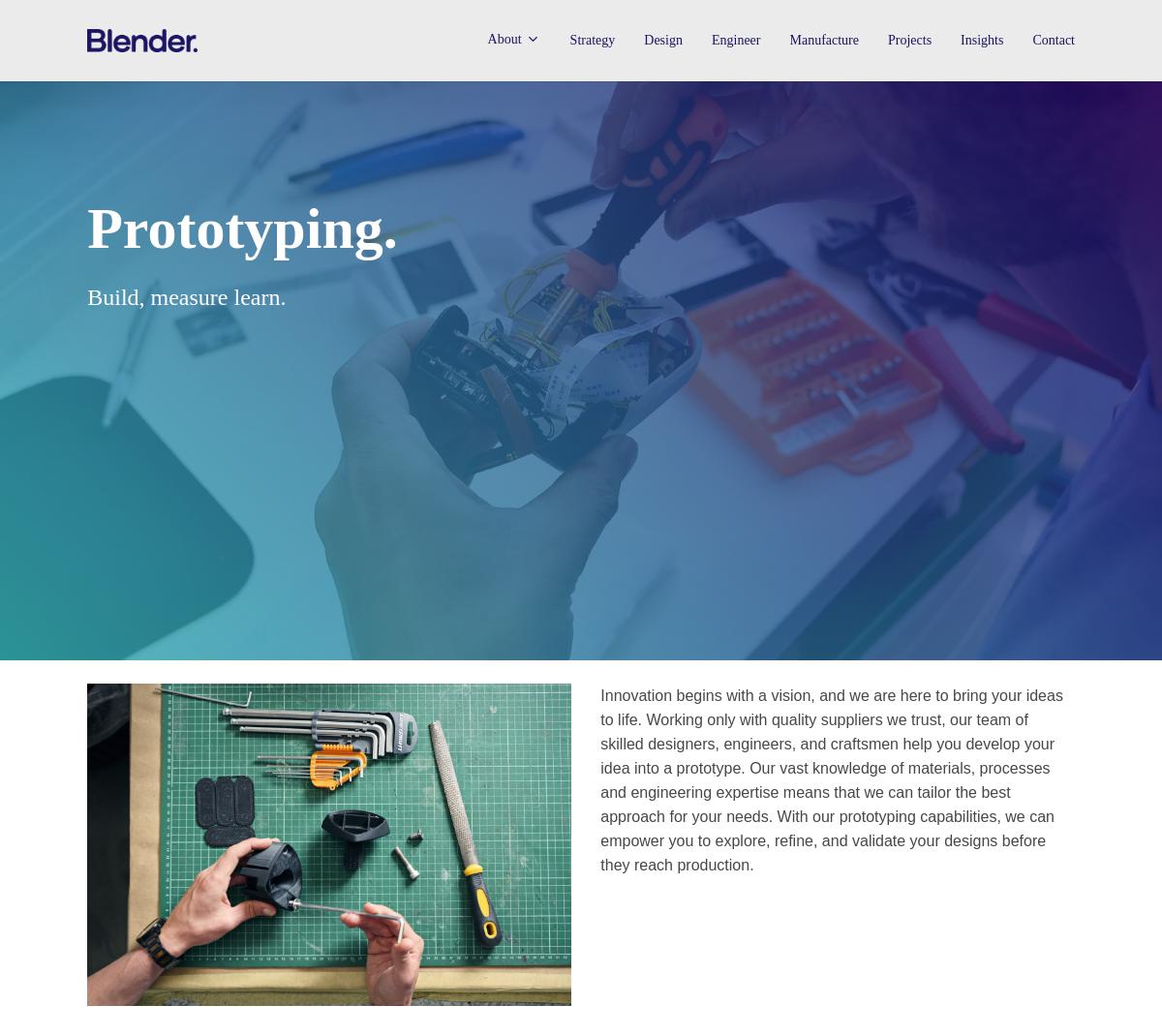  I want to click on 'People', so click(515, 165).